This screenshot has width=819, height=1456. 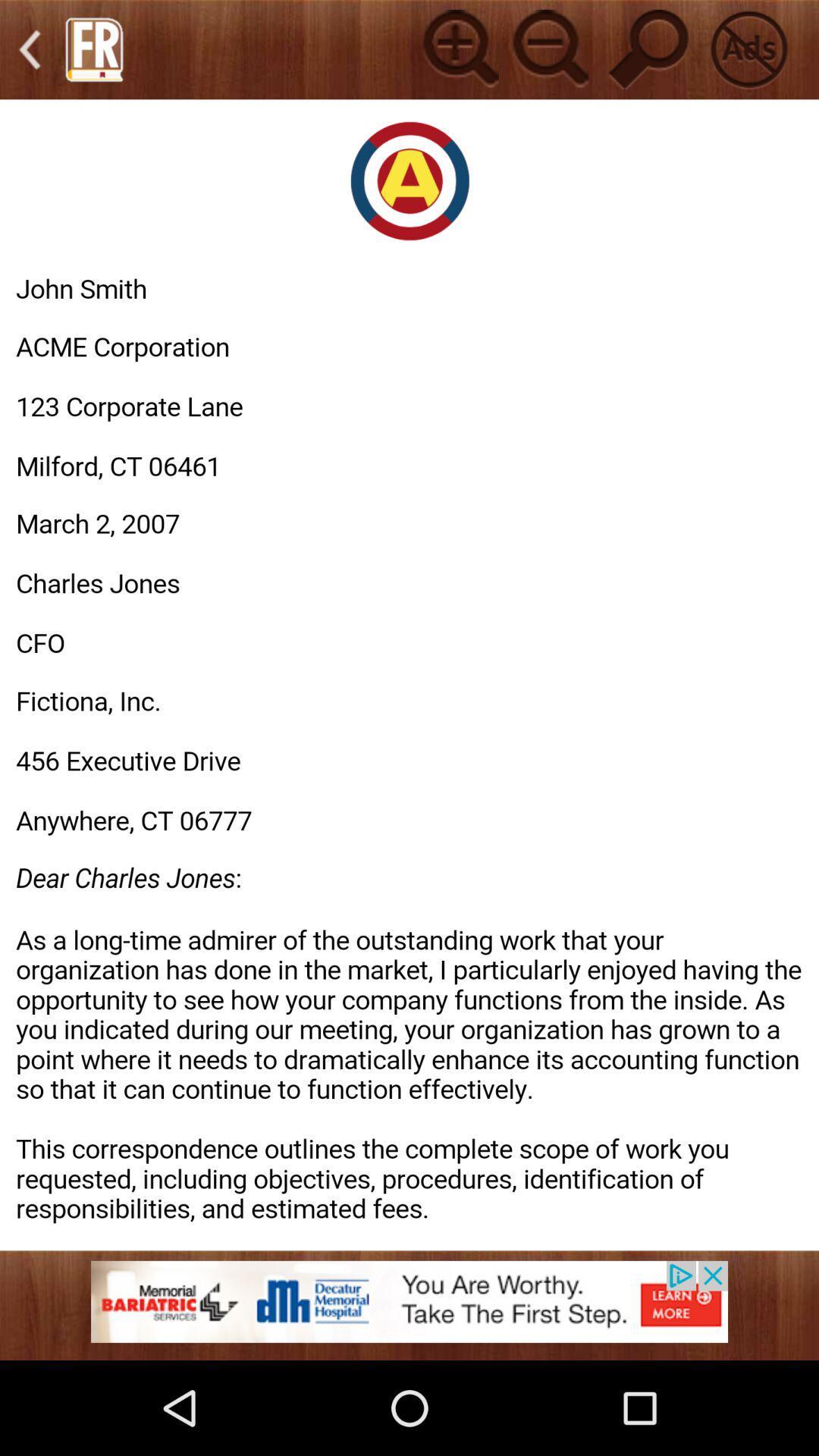 What do you see at coordinates (648, 49) in the screenshot?
I see `for search option` at bounding box center [648, 49].